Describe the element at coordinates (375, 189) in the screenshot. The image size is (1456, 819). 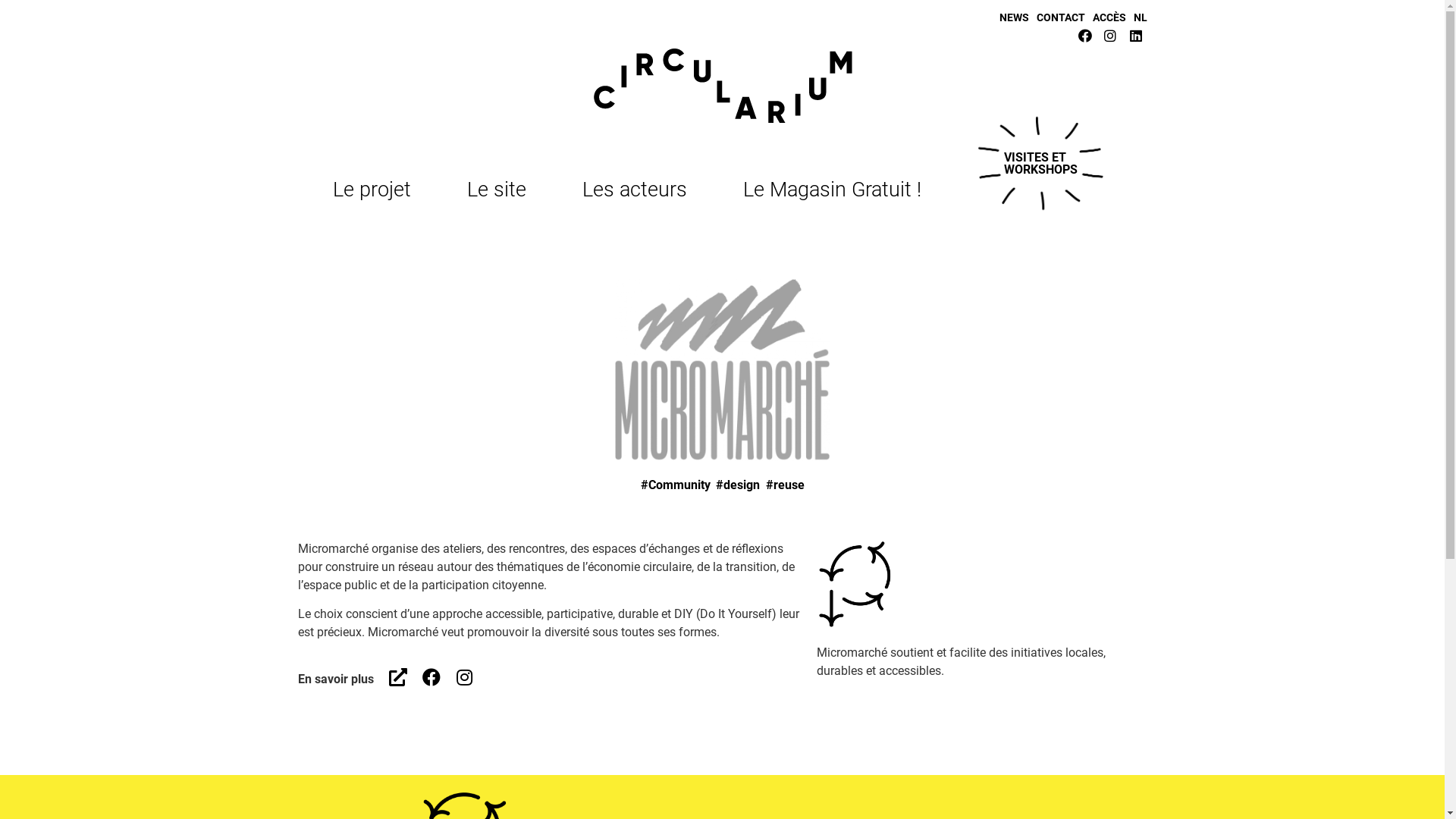
I see `'Le projet'` at that location.